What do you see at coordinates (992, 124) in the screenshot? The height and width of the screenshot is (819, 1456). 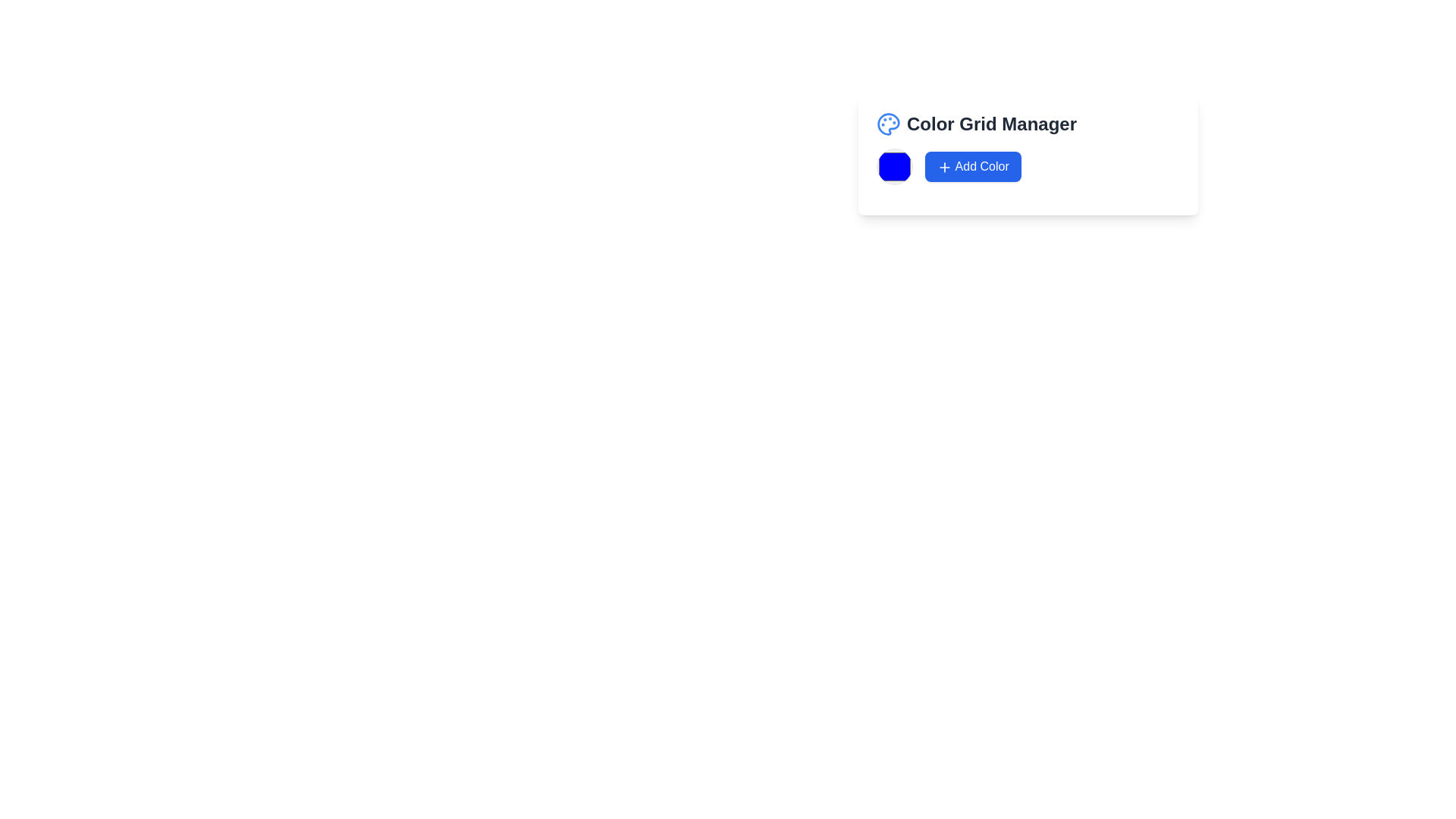 I see `the Text Label displaying 'Color Grid Manager', which is styled in bold dark gray font and positioned to the right of a palette icon in the upper section of the interface` at bounding box center [992, 124].